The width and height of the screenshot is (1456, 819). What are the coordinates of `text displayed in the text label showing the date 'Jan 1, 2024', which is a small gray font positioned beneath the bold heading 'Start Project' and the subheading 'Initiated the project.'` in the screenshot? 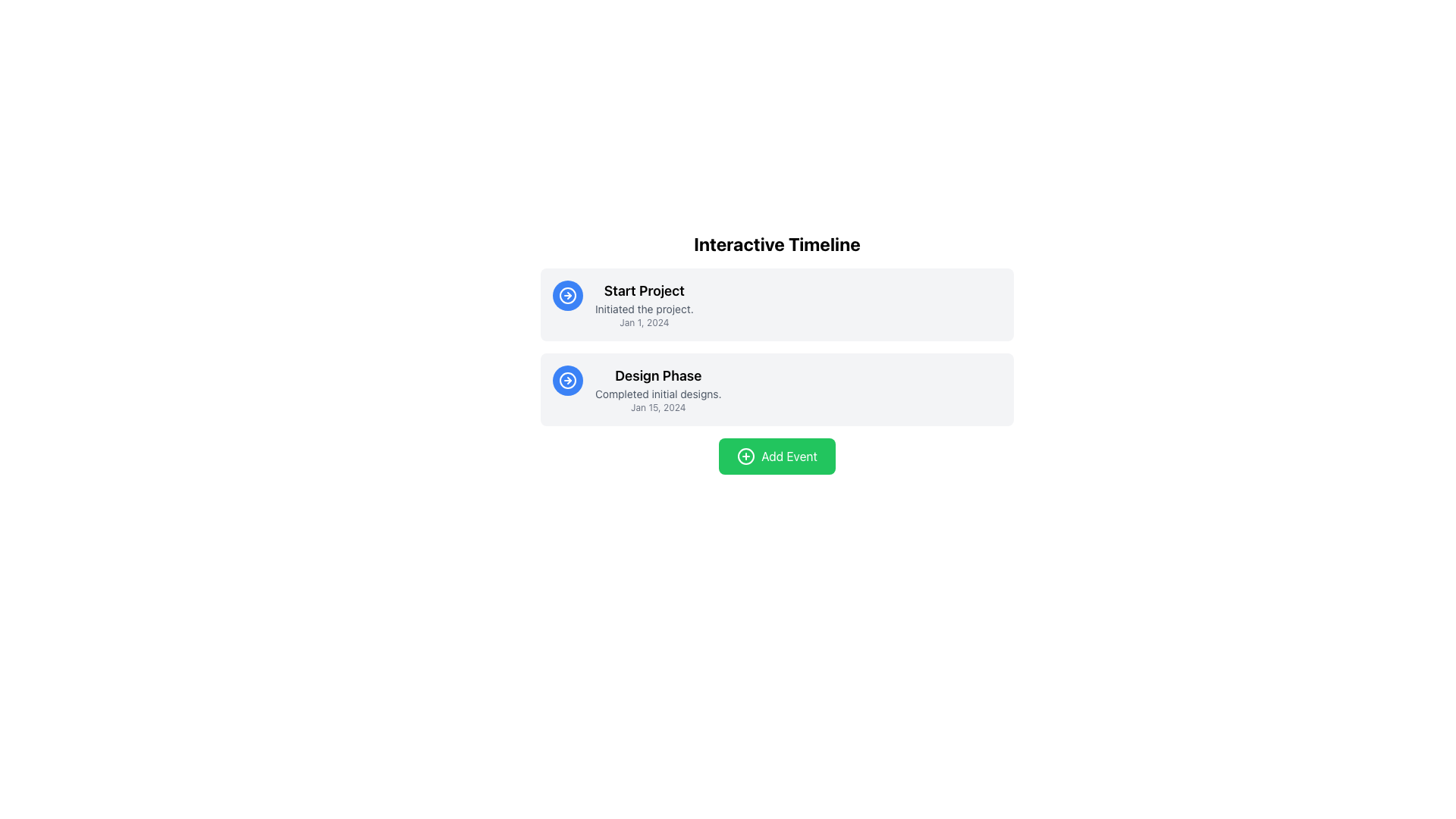 It's located at (644, 322).